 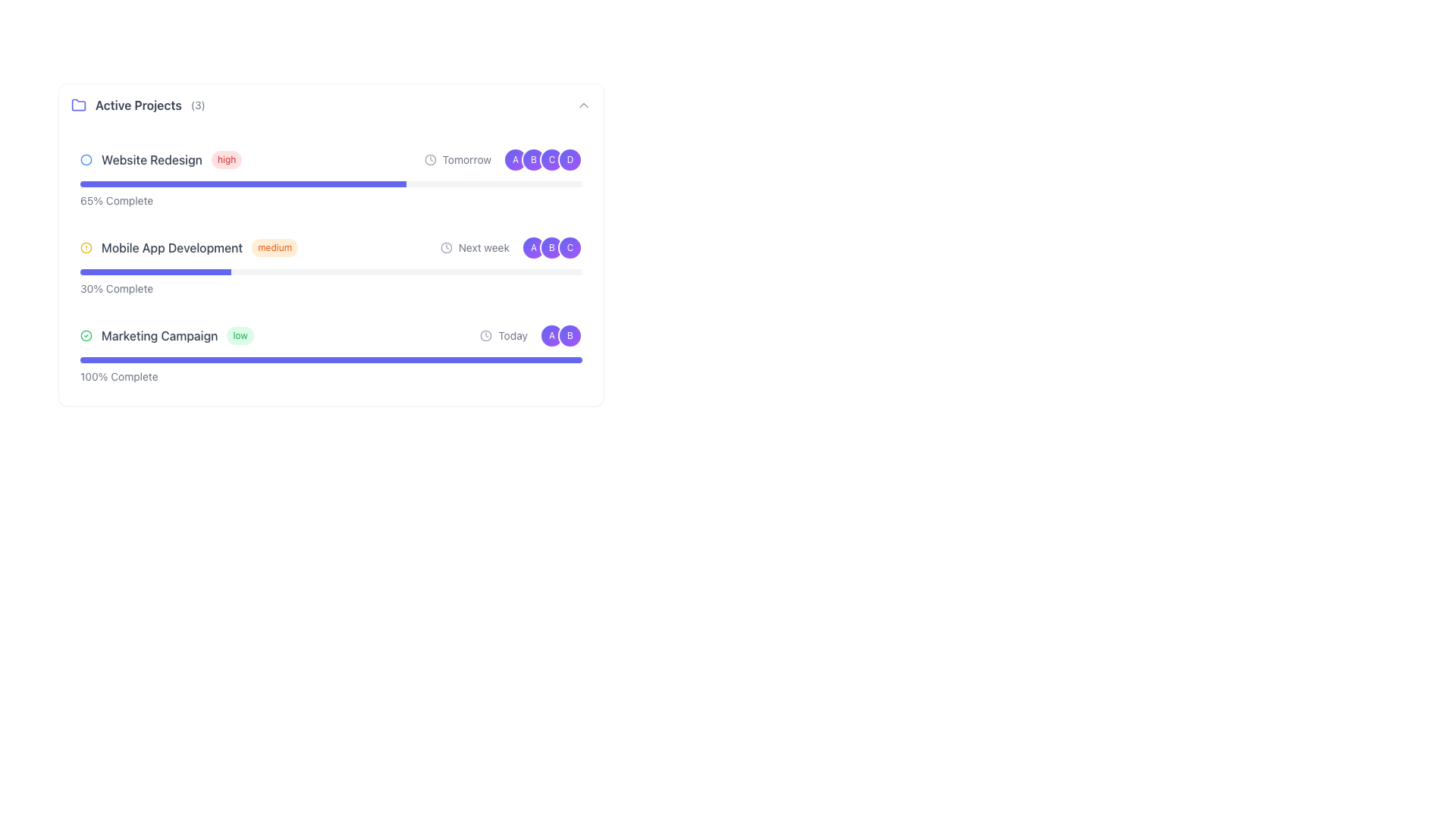 What do you see at coordinates (86, 247) in the screenshot?
I see `the circular element with a yellow border, which is part of the warning icon located to the left of the 'Mobile App Development' title` at bounding box center [86, 247].